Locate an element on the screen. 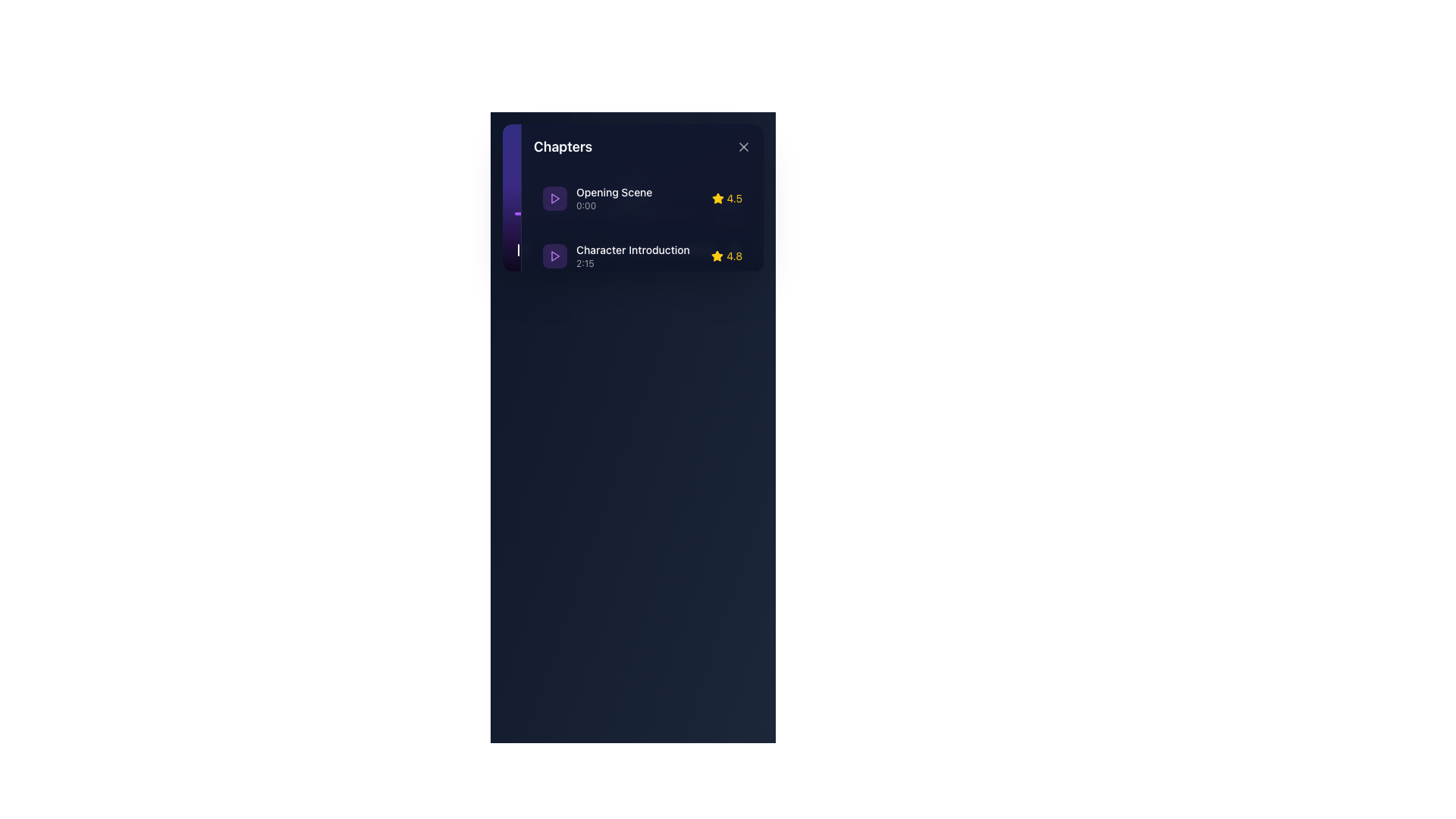  the first list item titled 'Opening Scene' with a subtitle '0:00' and a rating of '4.5' in the 'Chapters' panel to focus on it is located at coordinates (633, 196).